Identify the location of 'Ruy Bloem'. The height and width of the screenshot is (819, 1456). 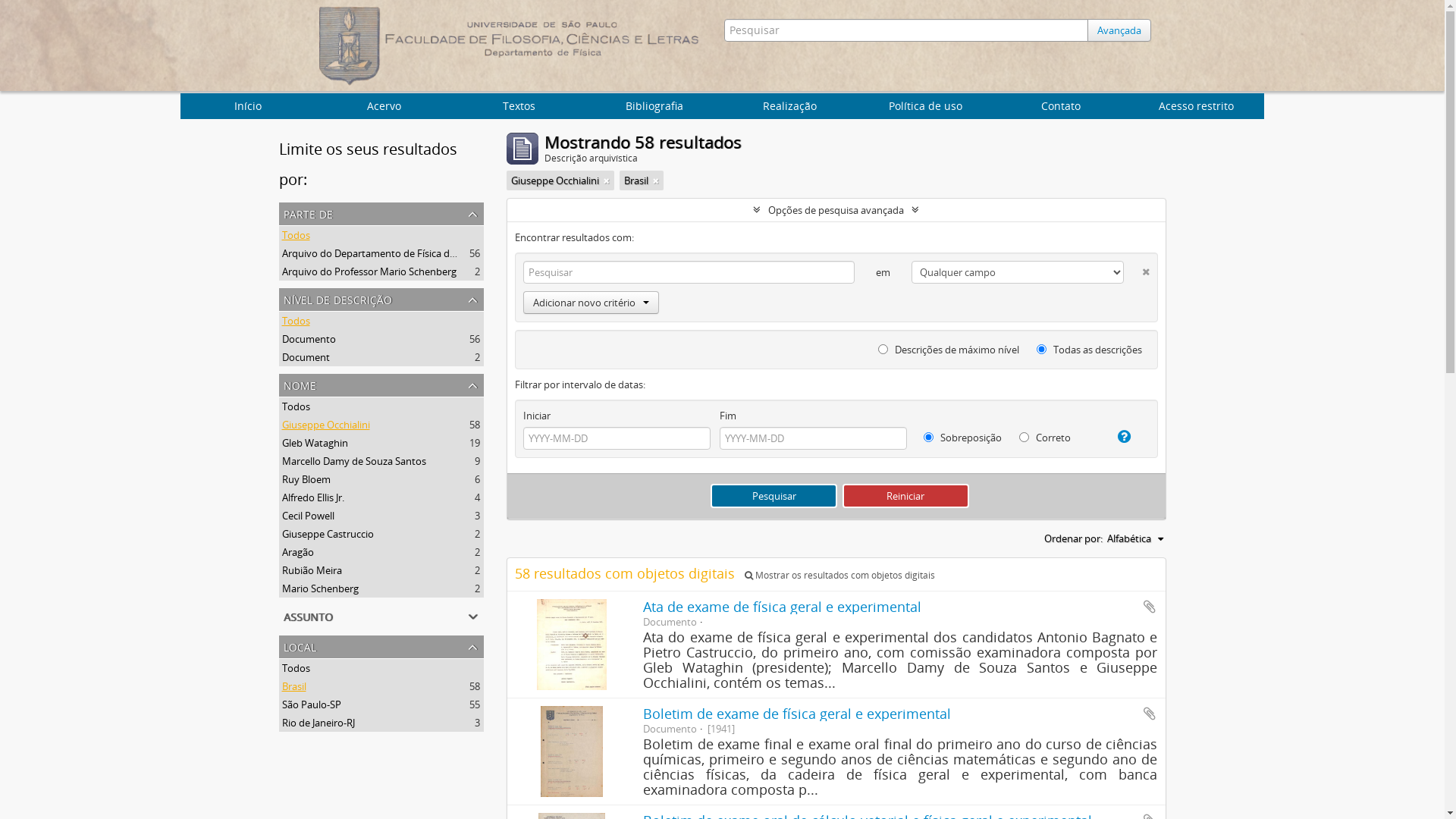
(305, 479).